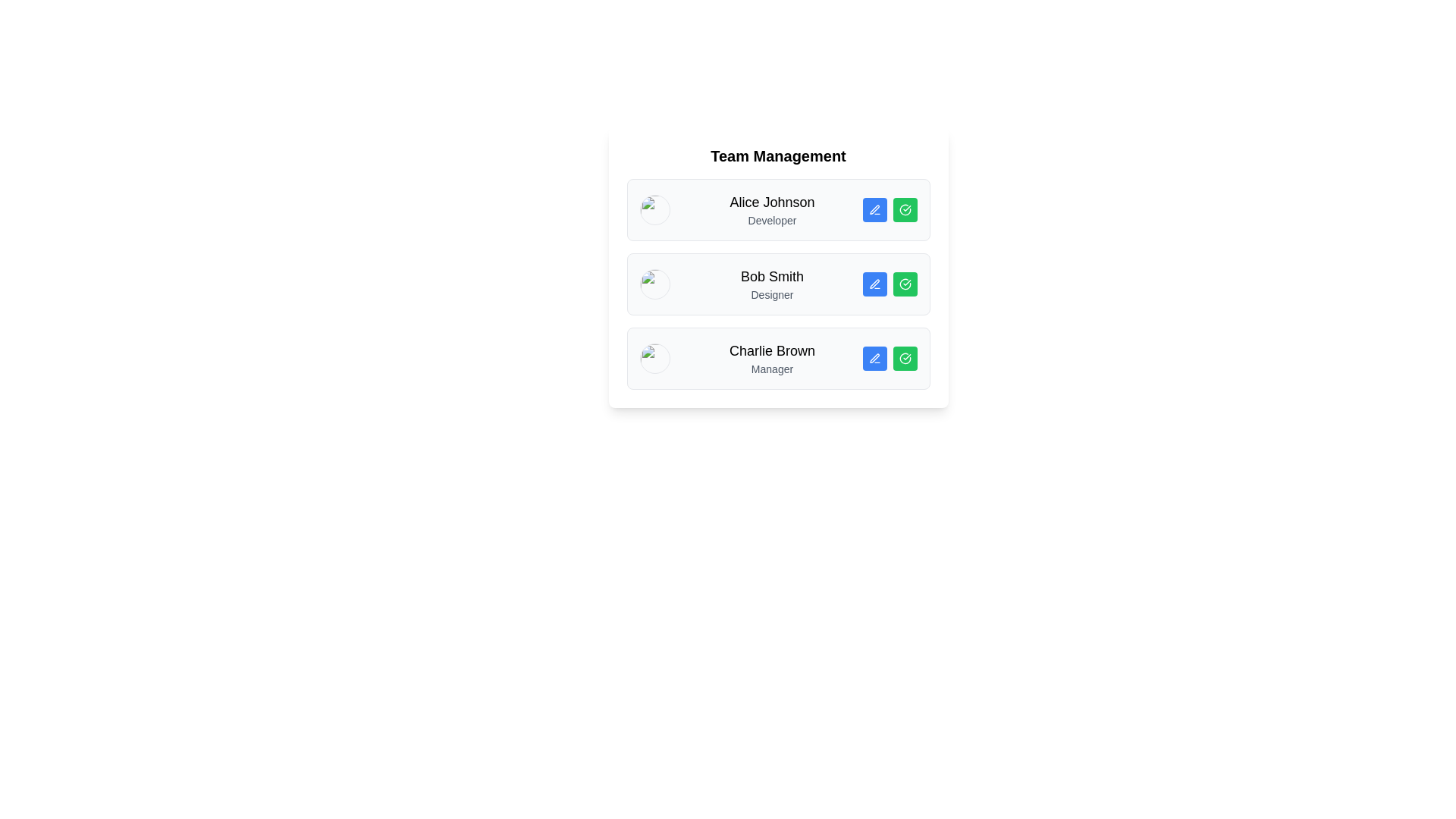  Describe the element at coordinates (772, 369) in the screenshot. I see `the text label indicating the role 'Manager' for the person 'Charlie Brown', which is located directly below the name in the UI` at that location.